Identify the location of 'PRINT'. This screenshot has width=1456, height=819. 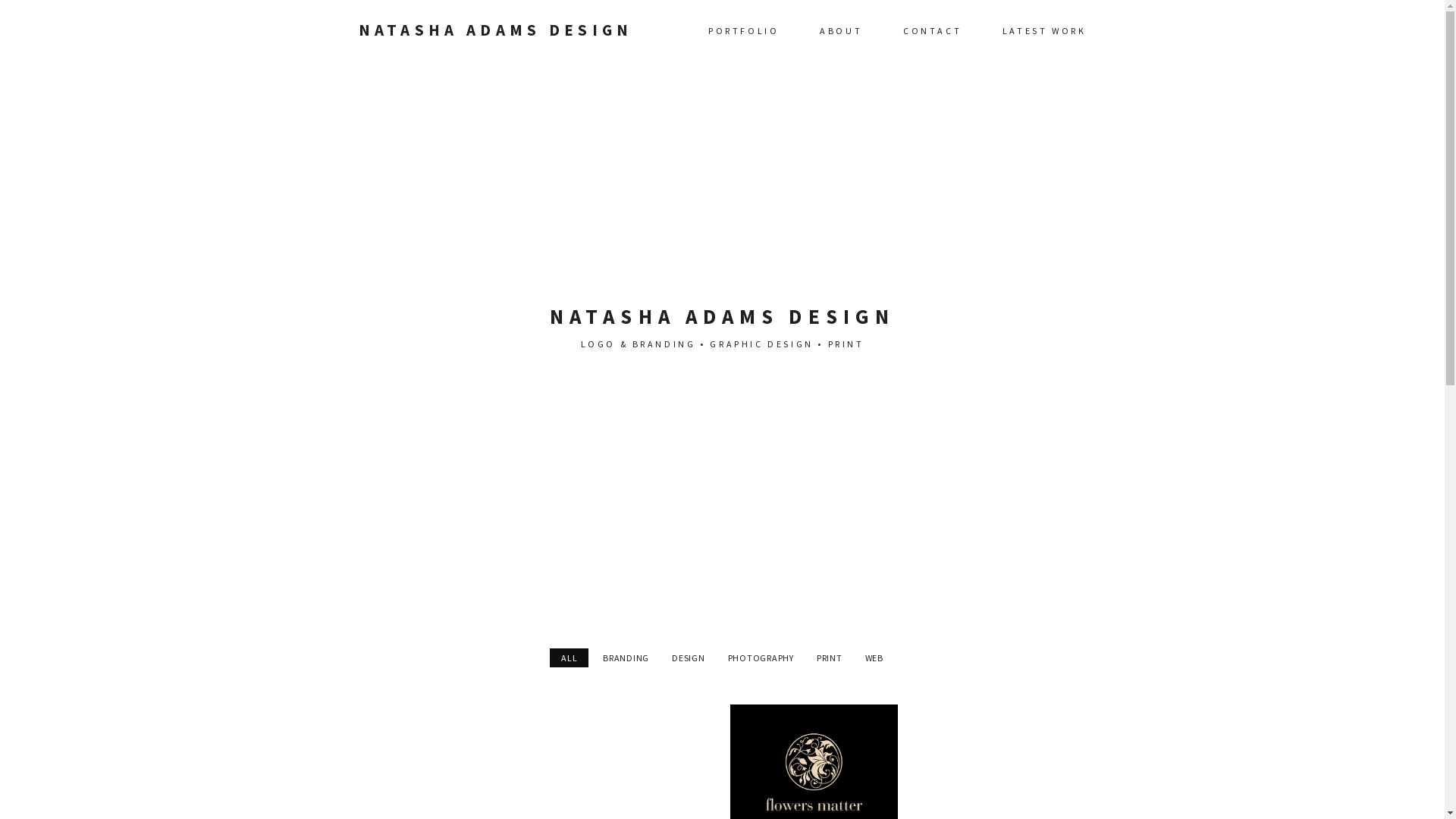
(829, 657).